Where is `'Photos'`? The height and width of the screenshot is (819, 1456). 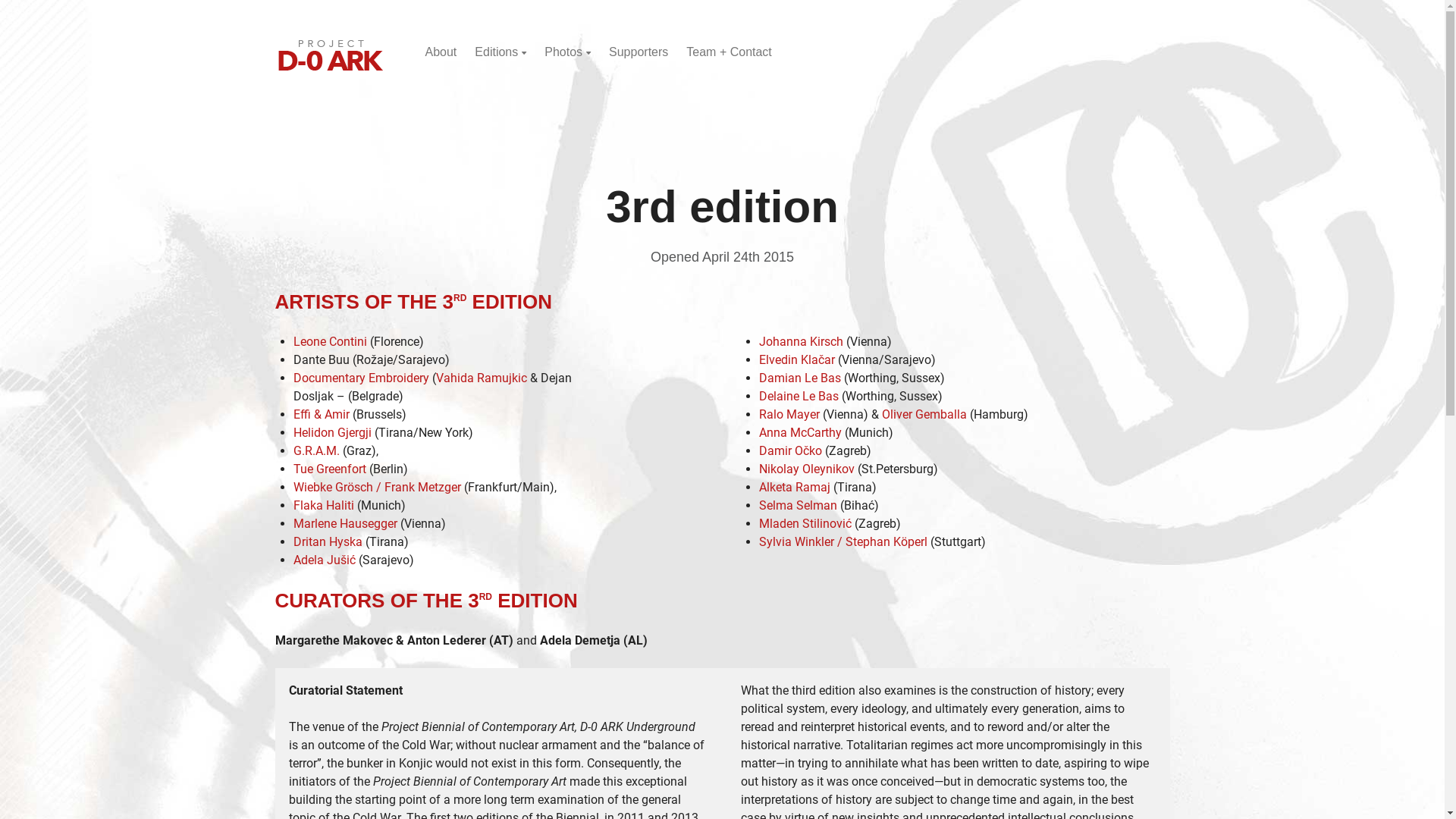 'Photos' is located at coordinates (566, 51).